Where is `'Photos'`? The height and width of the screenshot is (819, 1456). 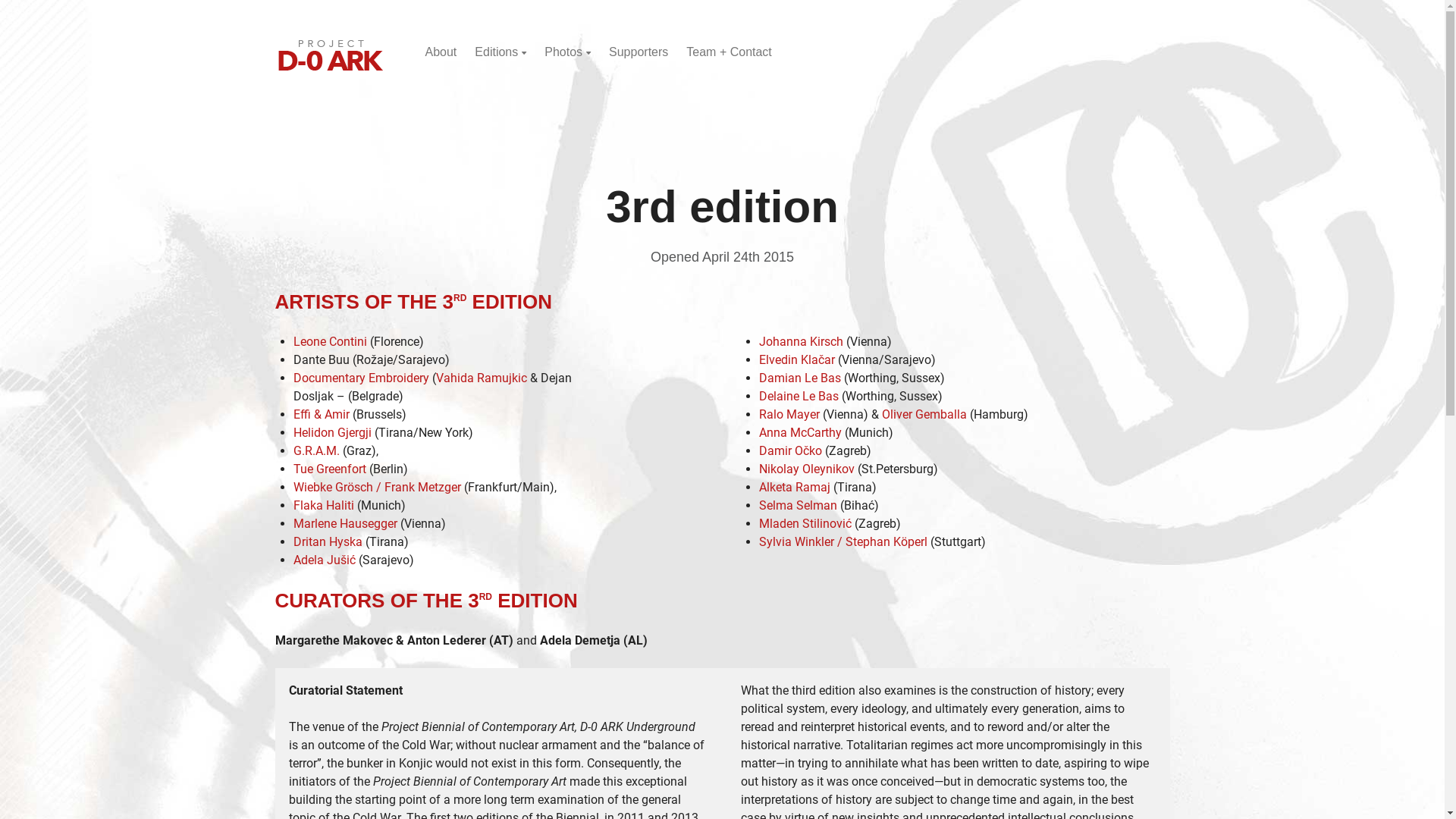 'Photos' is located at coordinates (566, 51).